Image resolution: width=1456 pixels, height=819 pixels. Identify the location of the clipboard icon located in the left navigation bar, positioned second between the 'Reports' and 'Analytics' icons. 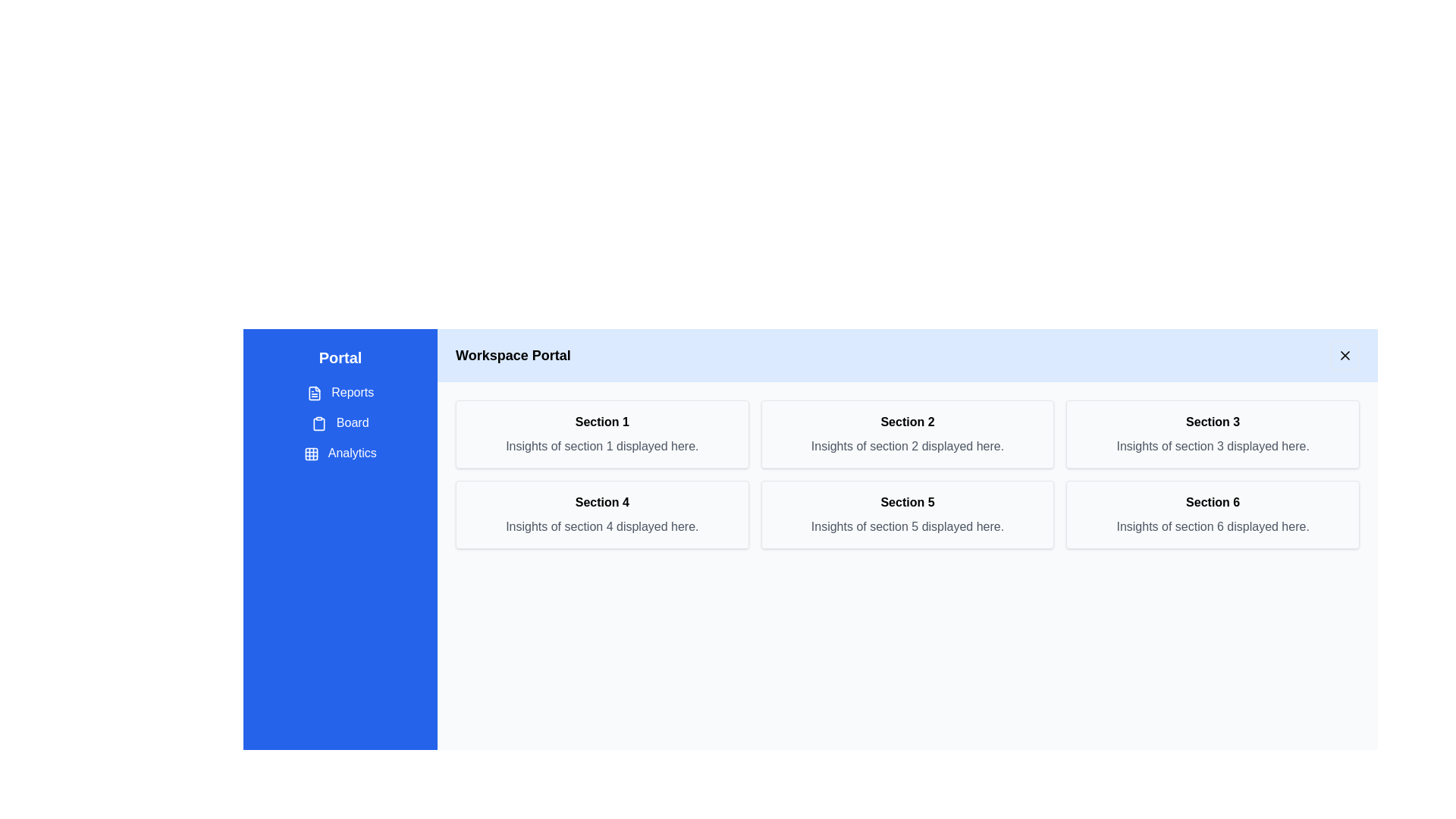
(318, 424).